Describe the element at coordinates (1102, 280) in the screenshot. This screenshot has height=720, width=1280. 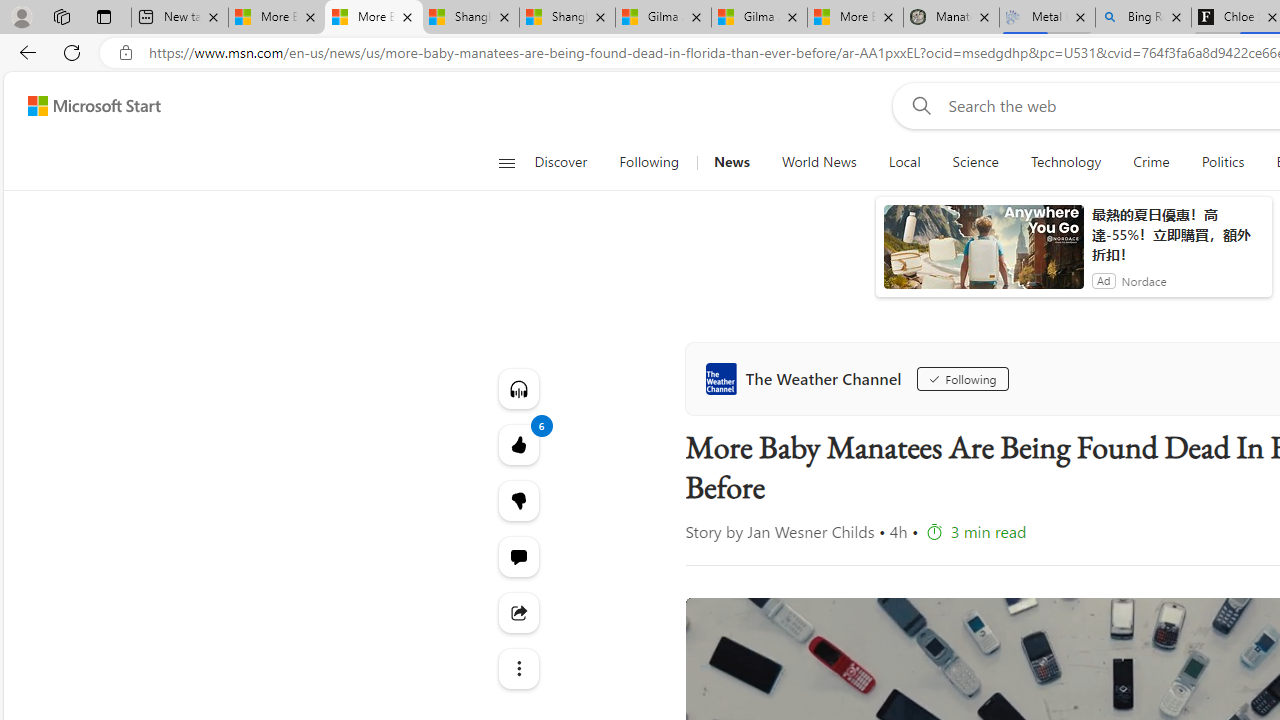
I see `'Ad'` at that location.